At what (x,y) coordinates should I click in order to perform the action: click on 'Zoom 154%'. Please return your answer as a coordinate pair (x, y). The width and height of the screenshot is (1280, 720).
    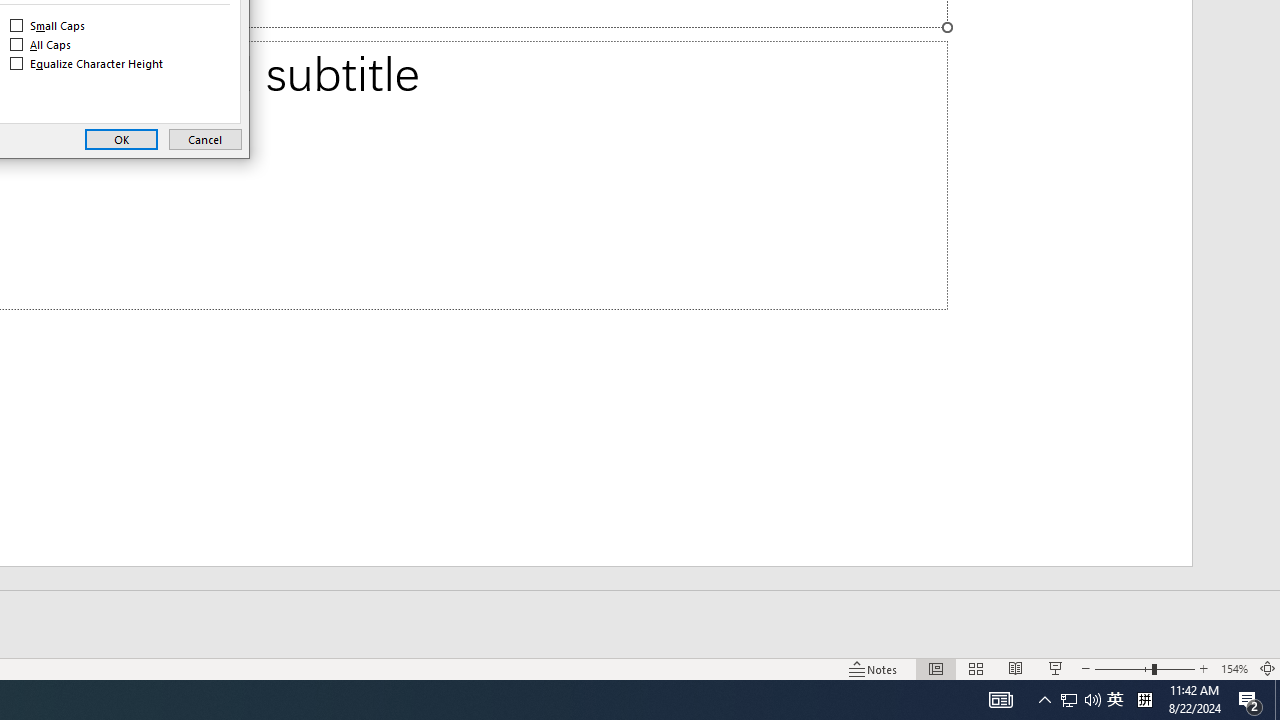
    Looking at the image, I should click on (1250, 698).